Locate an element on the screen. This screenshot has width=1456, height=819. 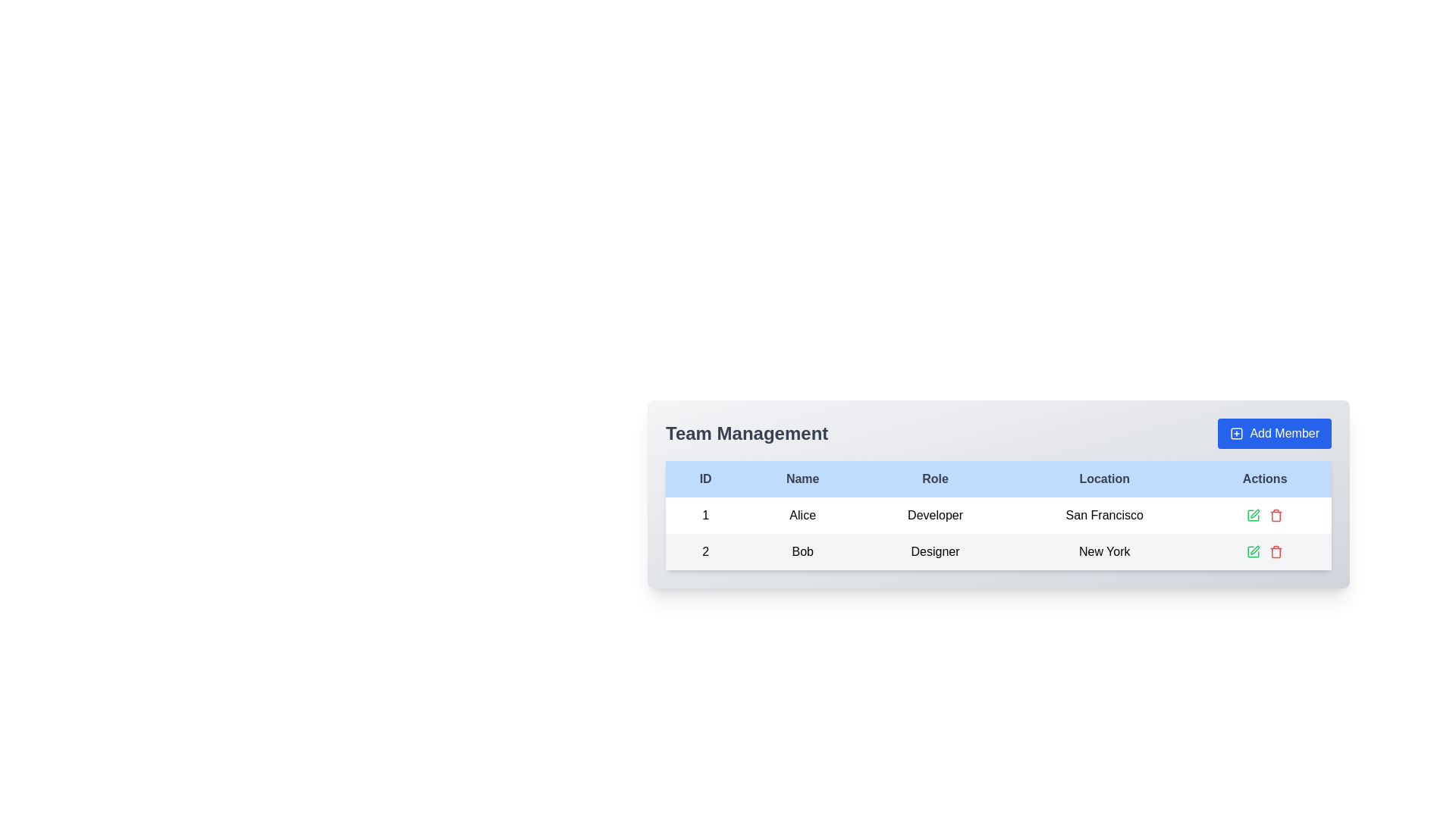
the green pencil icon in the second row of the Actions column to invoke the edit action is located at coordinates (1254, 552).